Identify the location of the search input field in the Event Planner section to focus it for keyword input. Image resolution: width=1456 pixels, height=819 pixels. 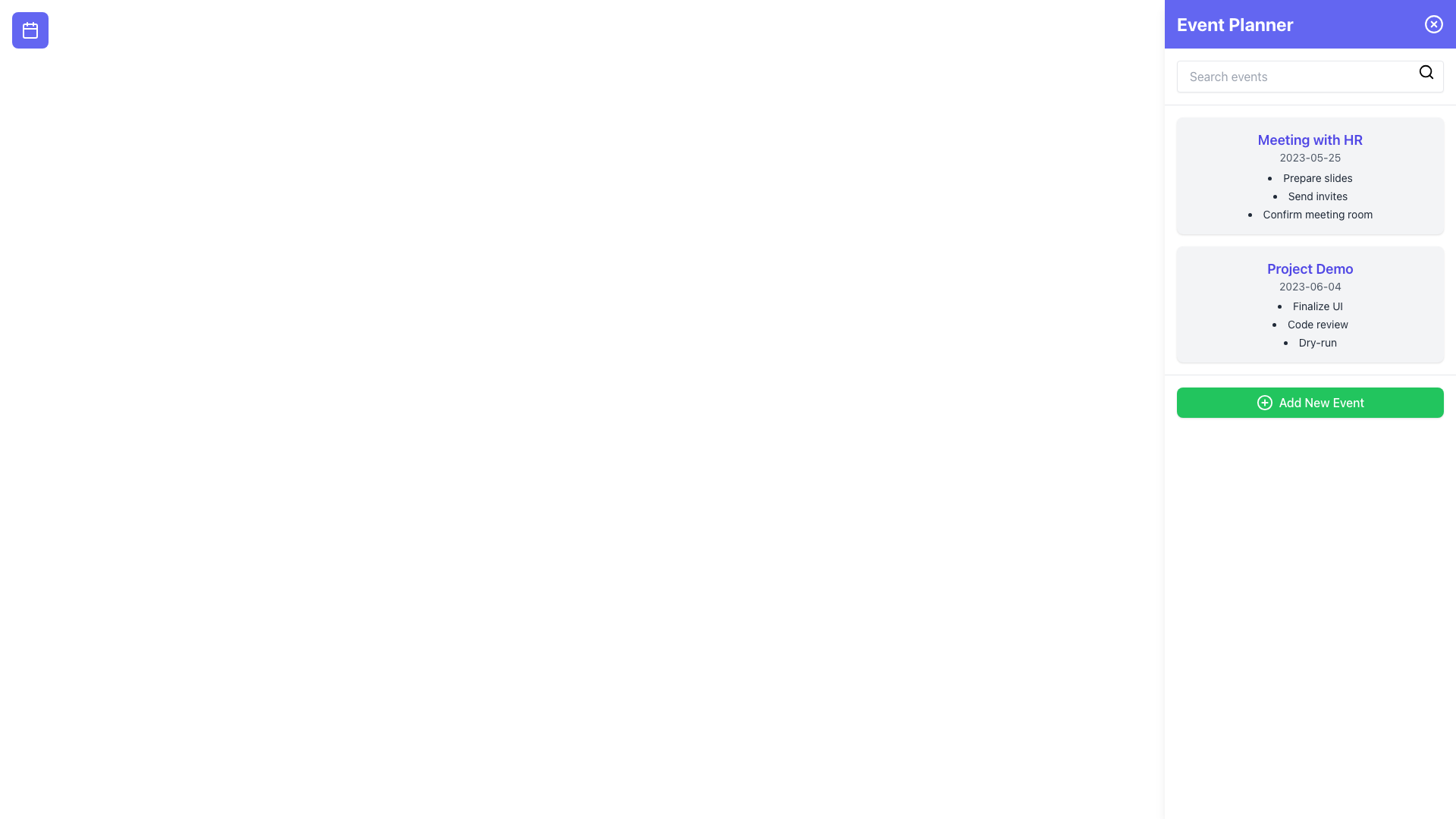
(1310, 76).